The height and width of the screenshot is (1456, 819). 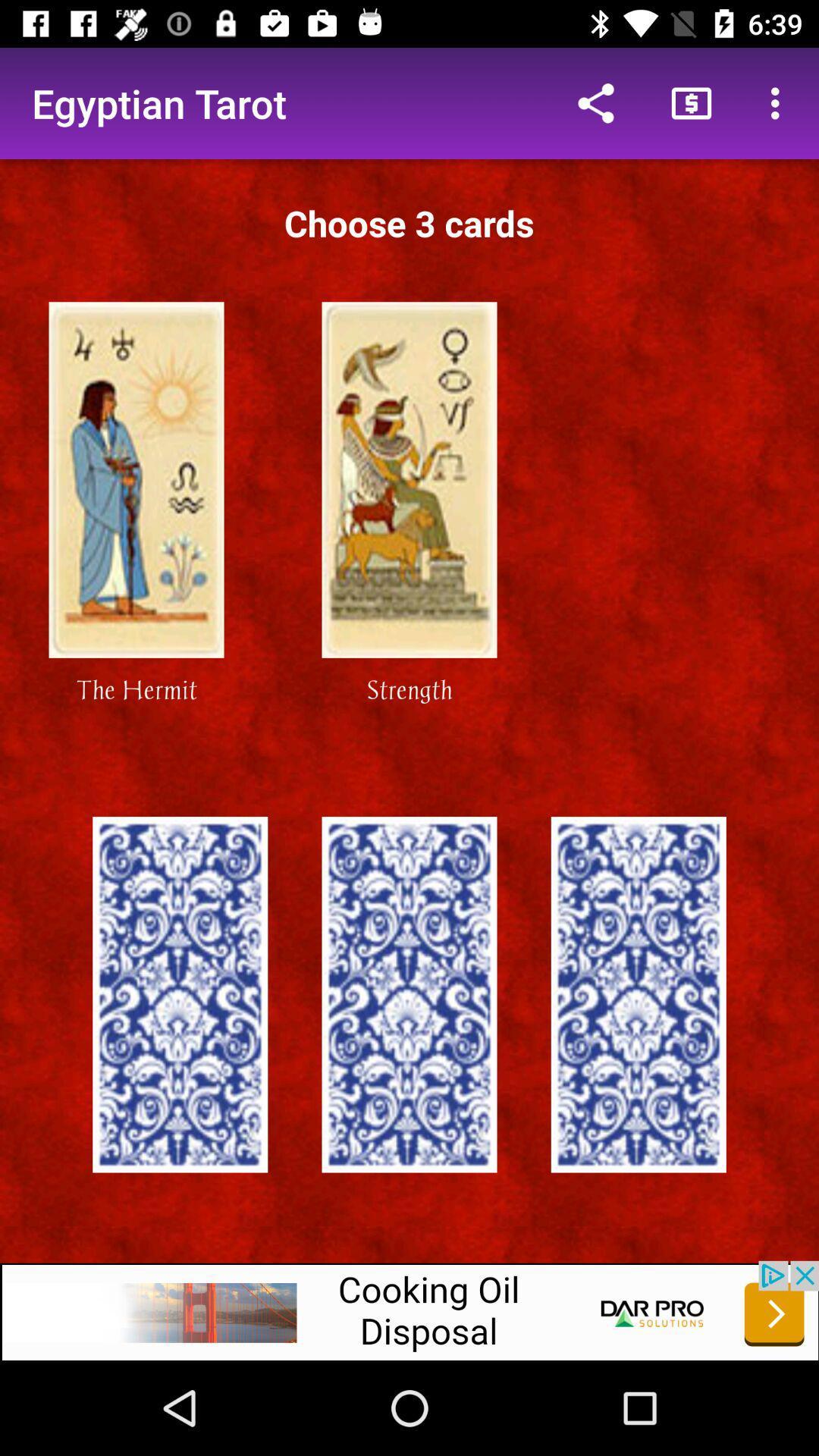 What do you see at coordinates (409, 1310) in the screenshot?
I see `website` at bounding box center [409, 1310].